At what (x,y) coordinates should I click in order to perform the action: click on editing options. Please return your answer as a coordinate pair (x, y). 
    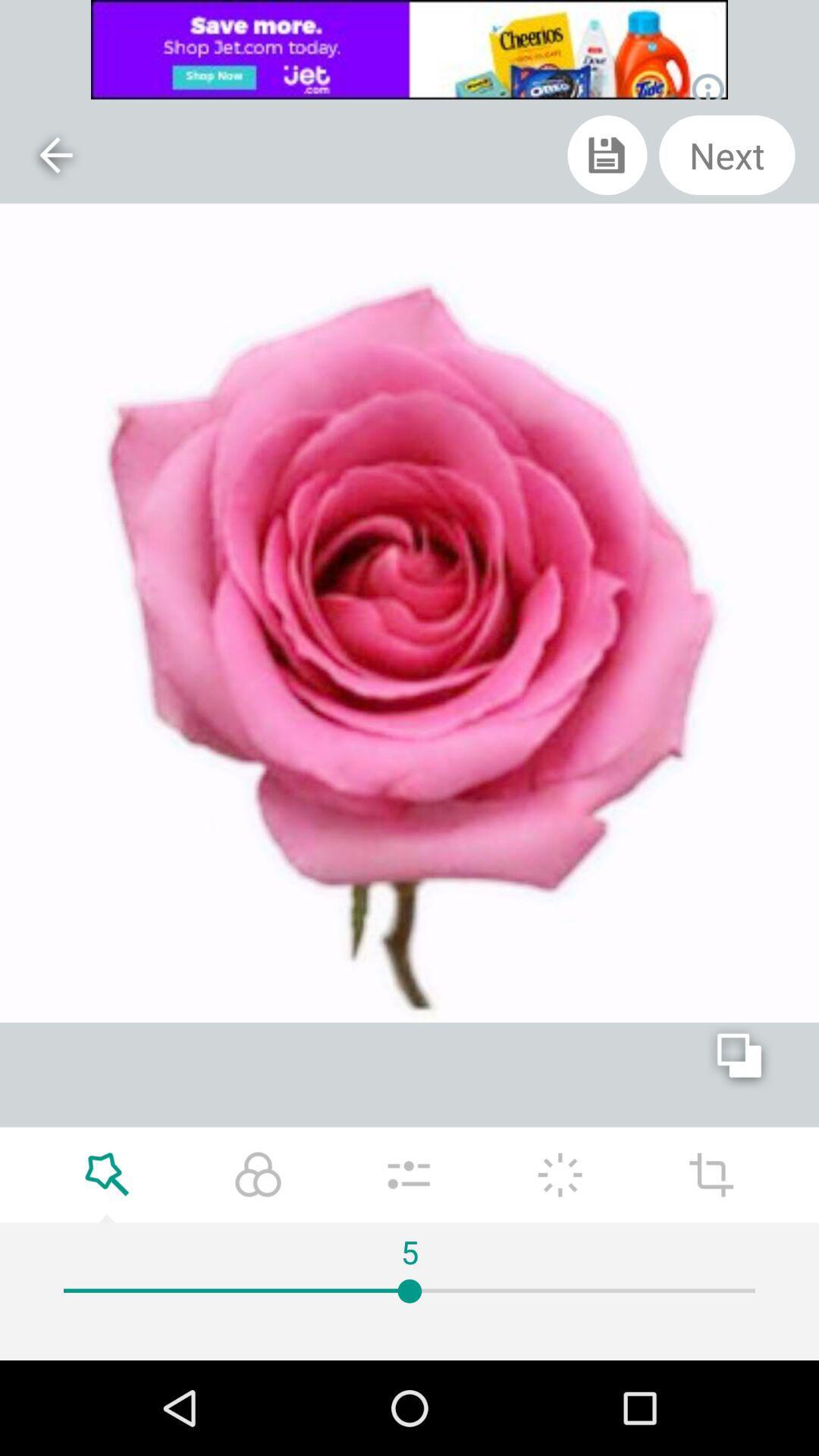
    Looking at the image, I should click on (711, 1174).